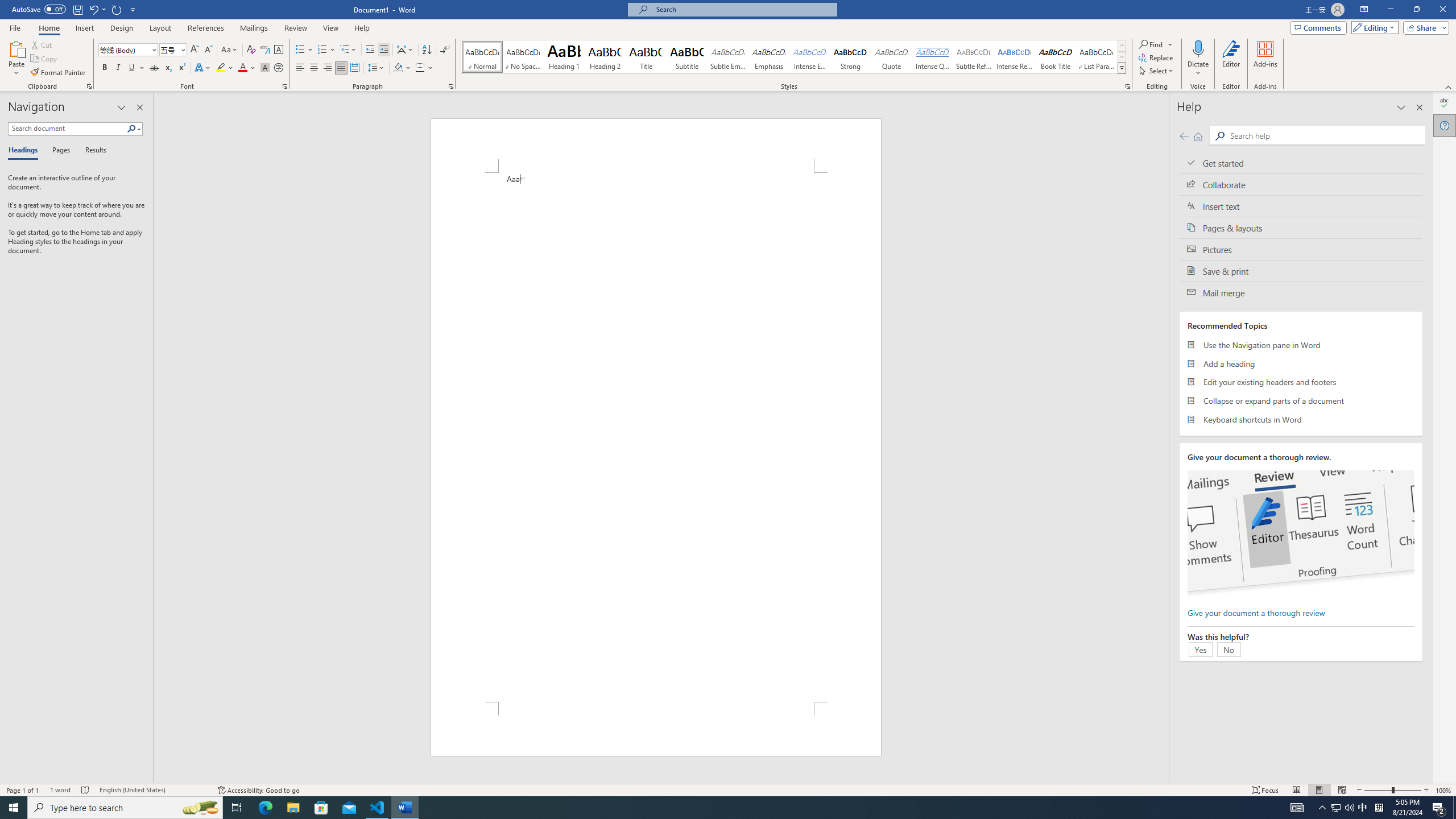 This screenshot has width=1456, height=819. Describe the element at coordinates (1300, 400) in the screenshot. I see `'Collapse or expand parts of a document'` at that location.